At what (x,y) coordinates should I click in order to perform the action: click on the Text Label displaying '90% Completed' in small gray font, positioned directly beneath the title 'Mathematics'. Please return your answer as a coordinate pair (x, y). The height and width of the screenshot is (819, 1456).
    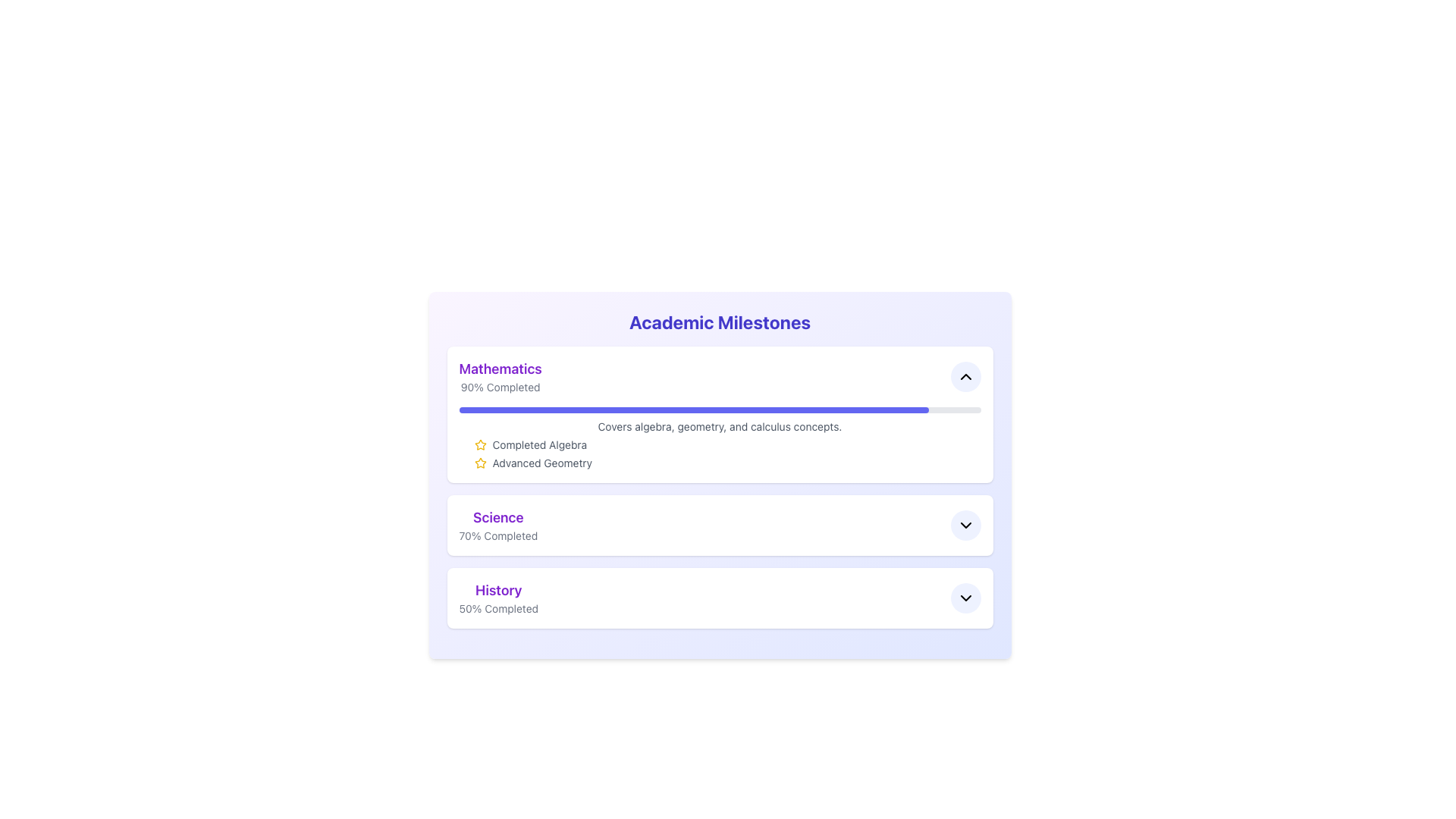
    Looking at the image, I should click on (500, 386).